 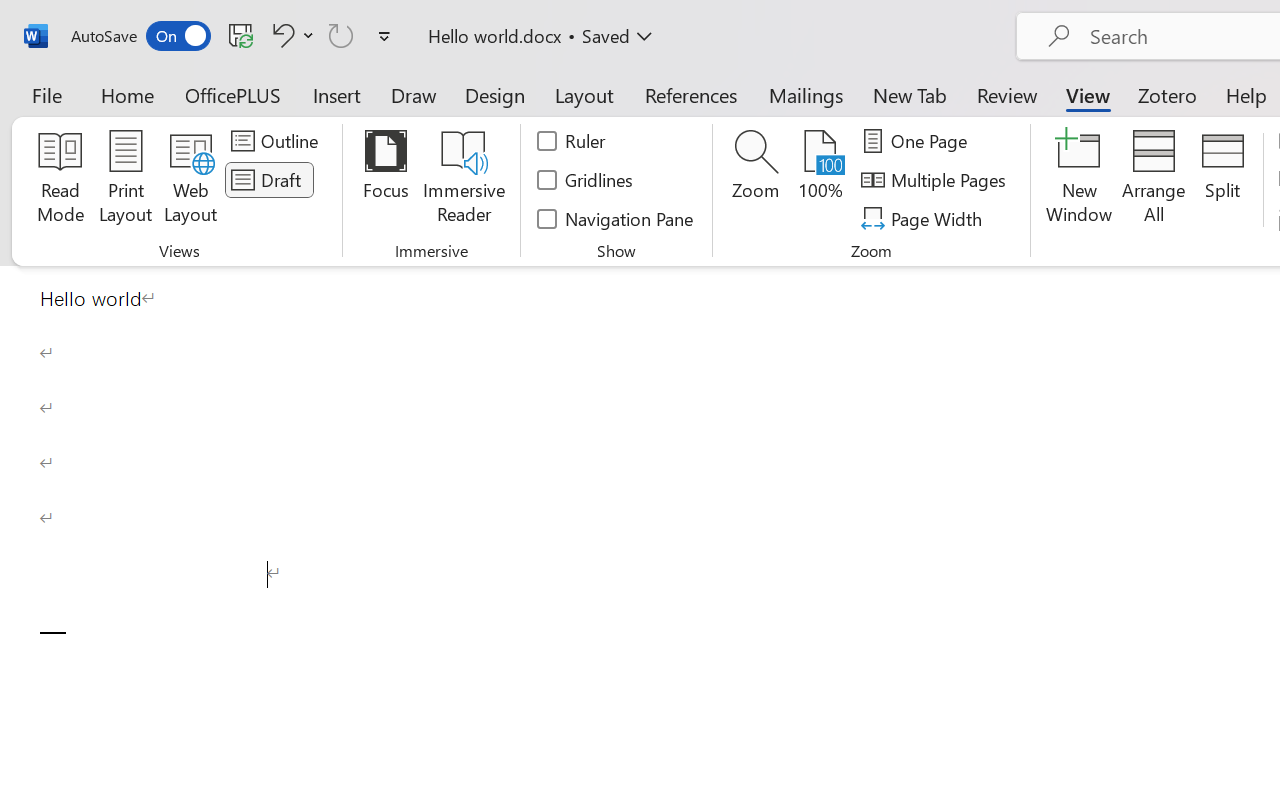 What do you see at coordinates (495, 94) in the screenshot?
I see `'Design'` at bounding box center [495, 94].